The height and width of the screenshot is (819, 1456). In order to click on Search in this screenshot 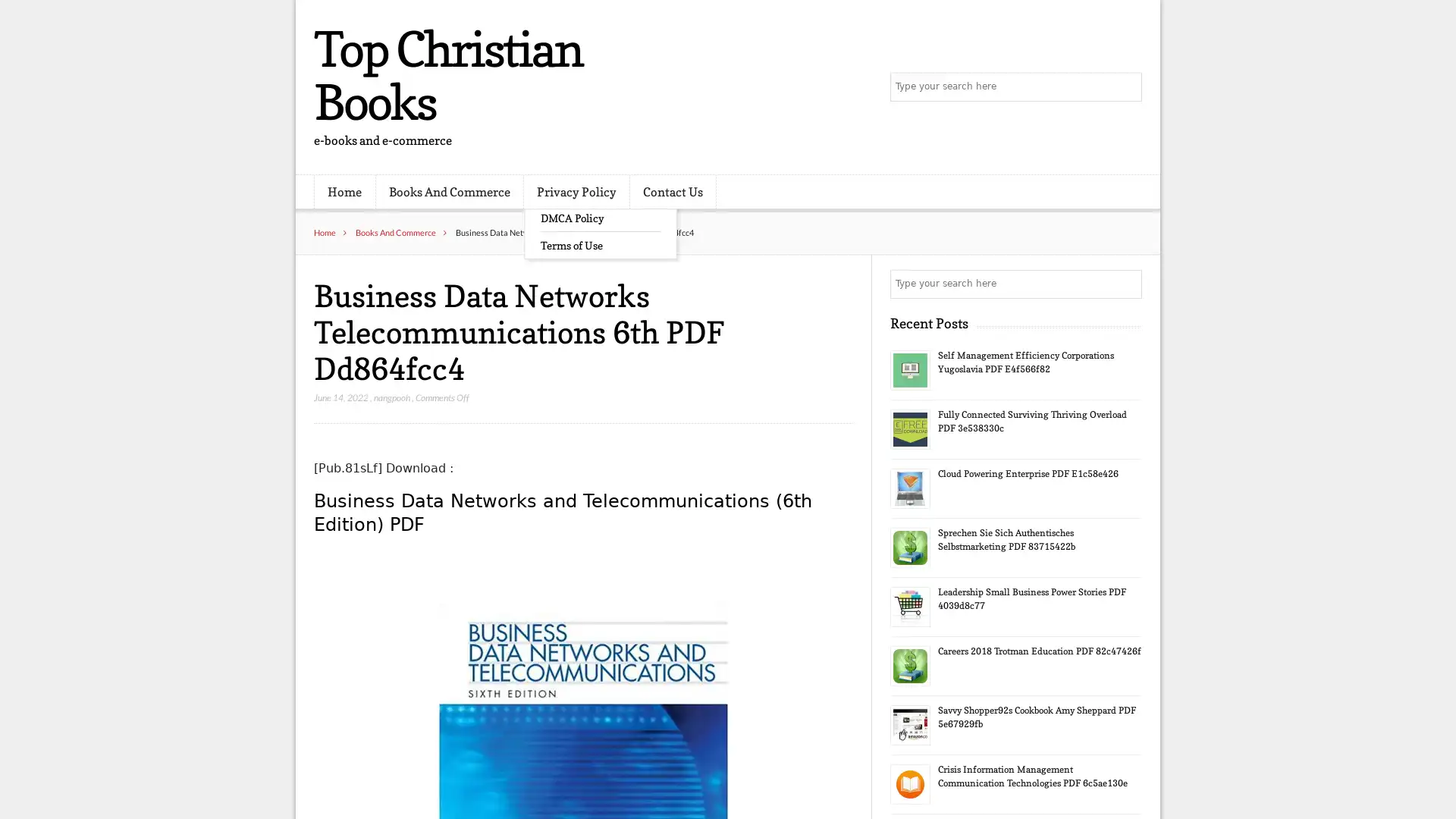, I will do `click(1126, 284)`.